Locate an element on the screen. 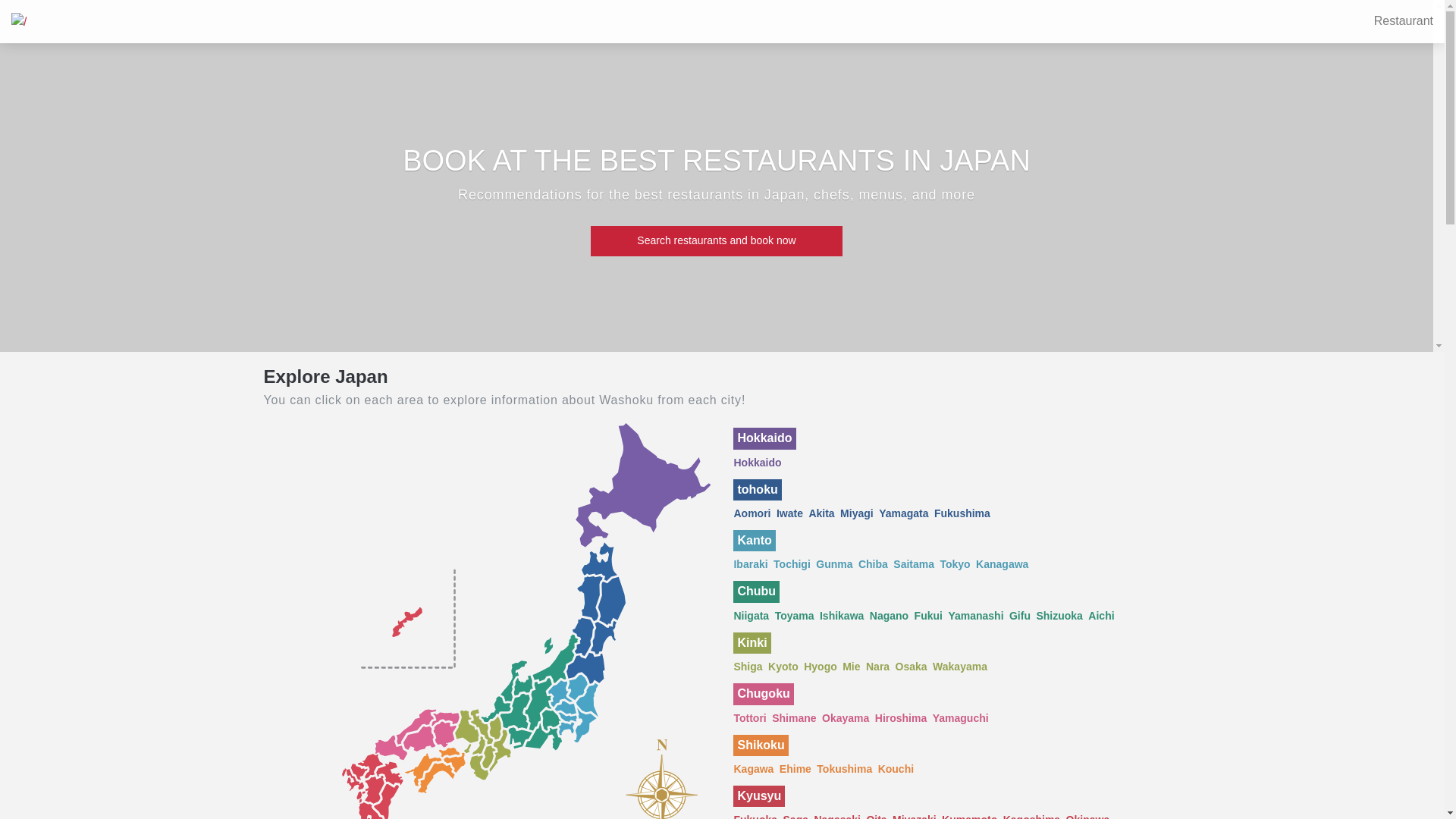 The image size is (1456, 819). 'Iwate' is located at coordinates (776, 513).